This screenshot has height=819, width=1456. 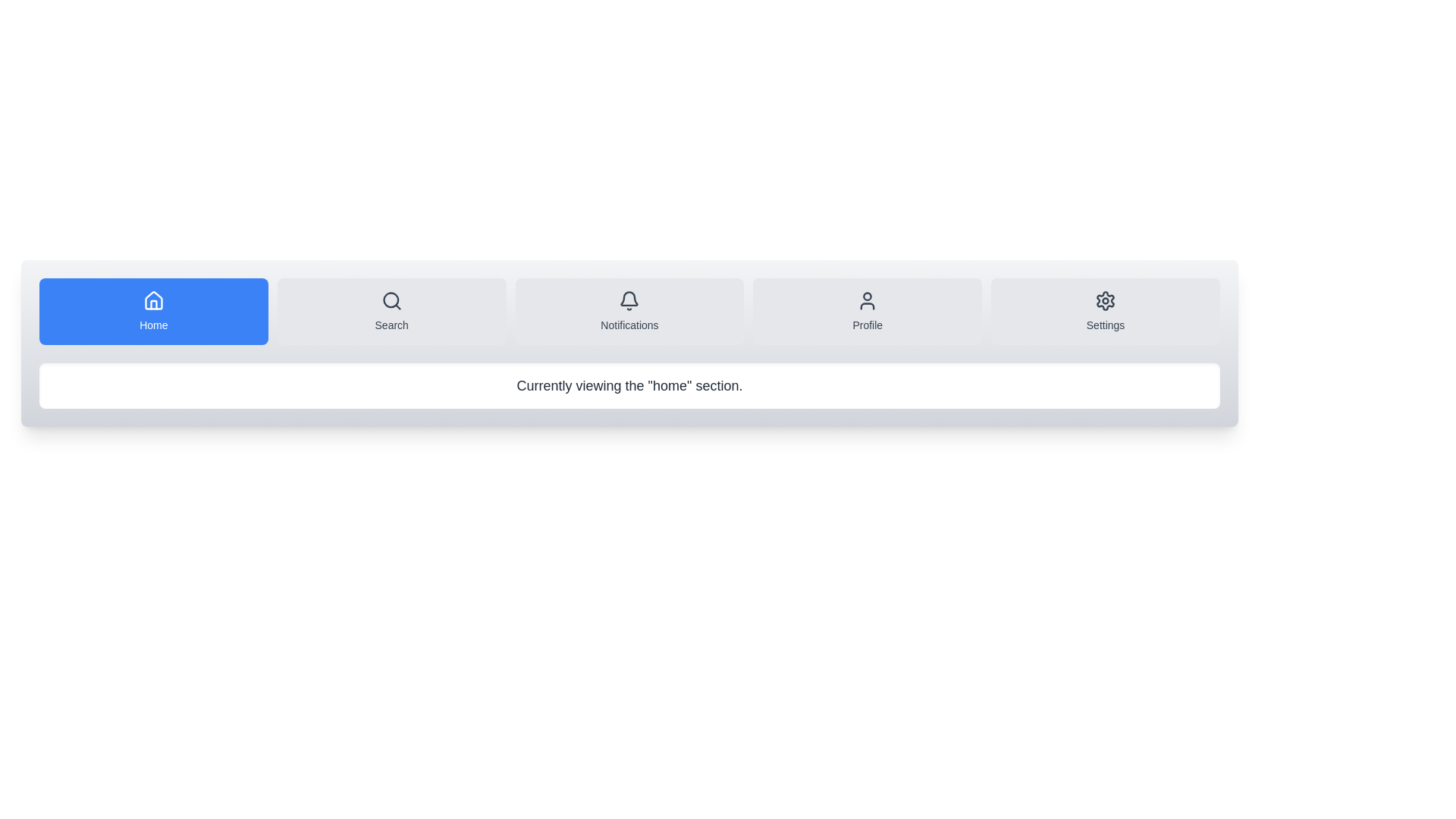 I want to click on the navigational button located in the fourth position of the navigation bar, so click(x=868, y=311).